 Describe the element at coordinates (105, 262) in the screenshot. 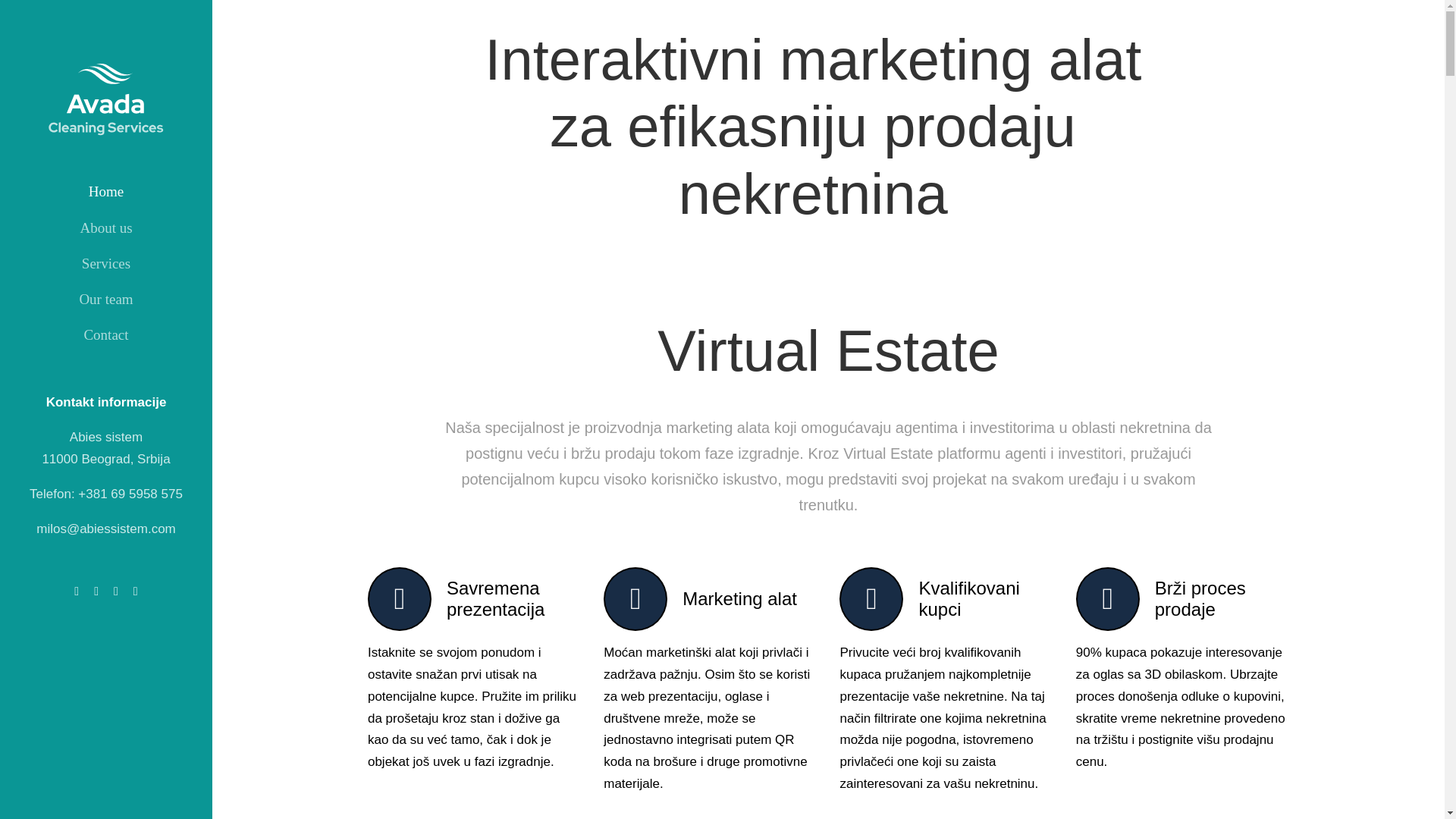

I see `'Services'` at that location.